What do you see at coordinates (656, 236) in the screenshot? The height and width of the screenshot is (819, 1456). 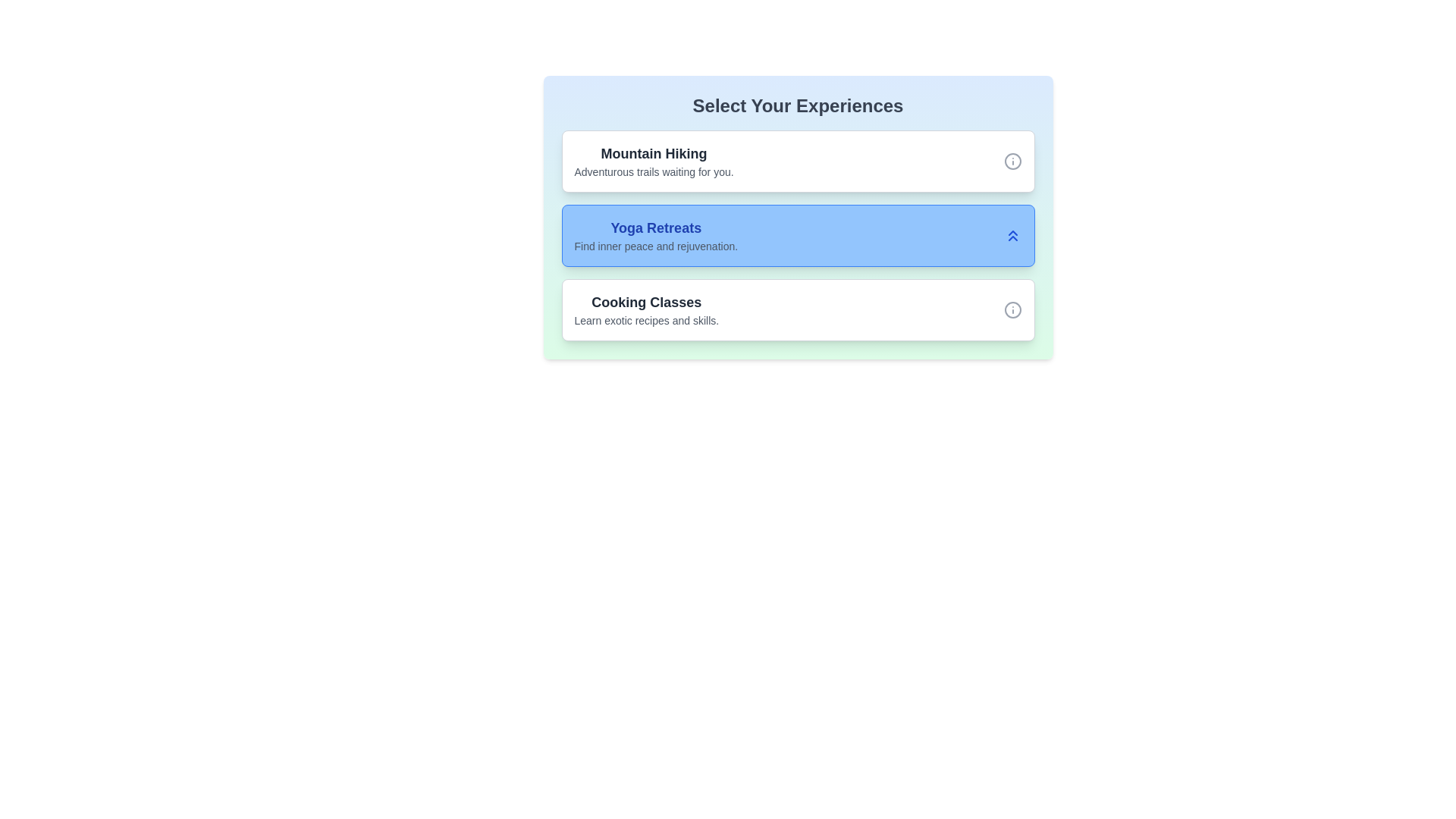 I see `the item Yoga Retreats` at bounding box center [656, 236].